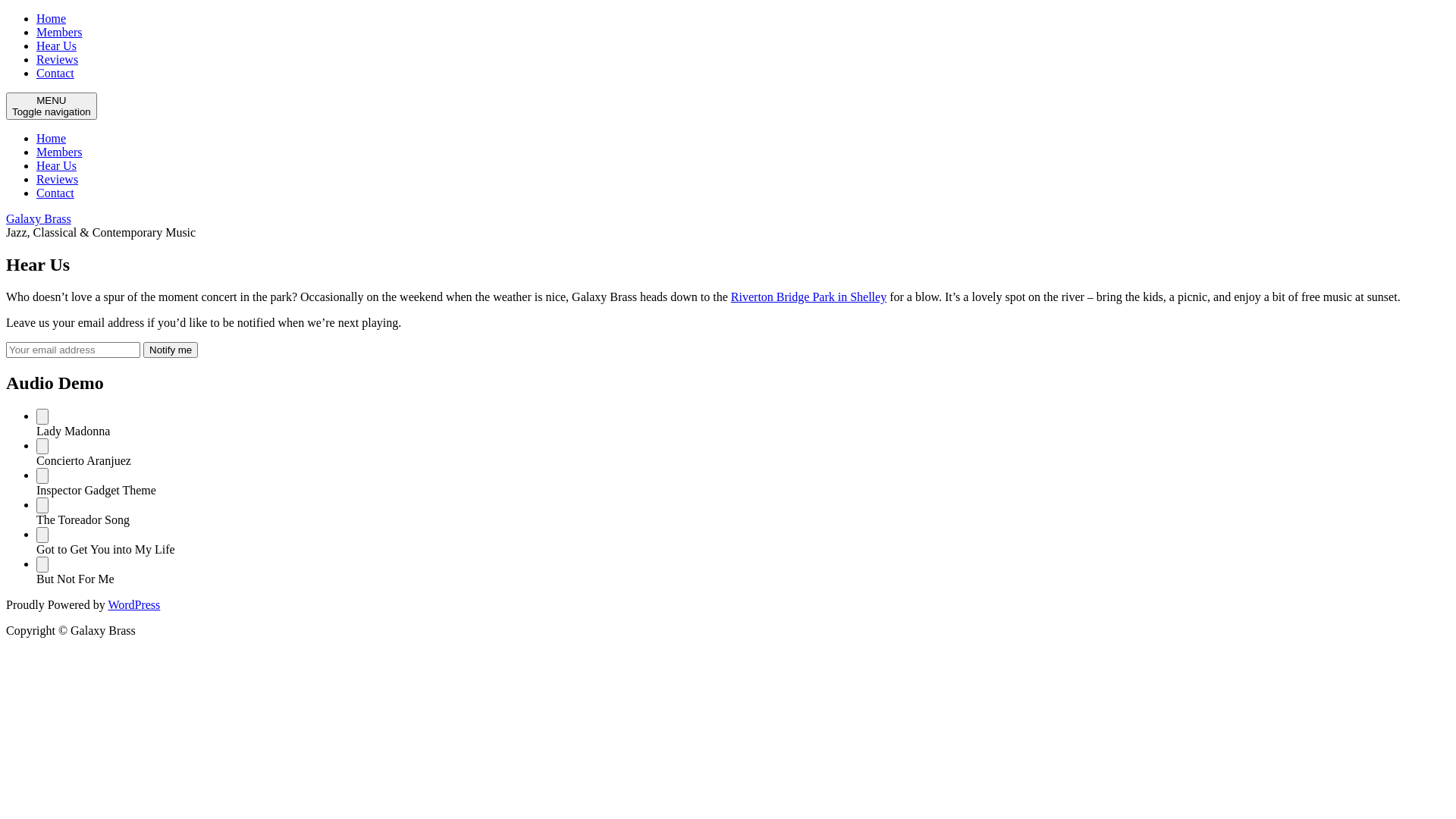 This screenshot has width=1456, height=819. Describe the element at coordinates (56, 45) in the screenshot. I see `'Hear Us'` at that location.